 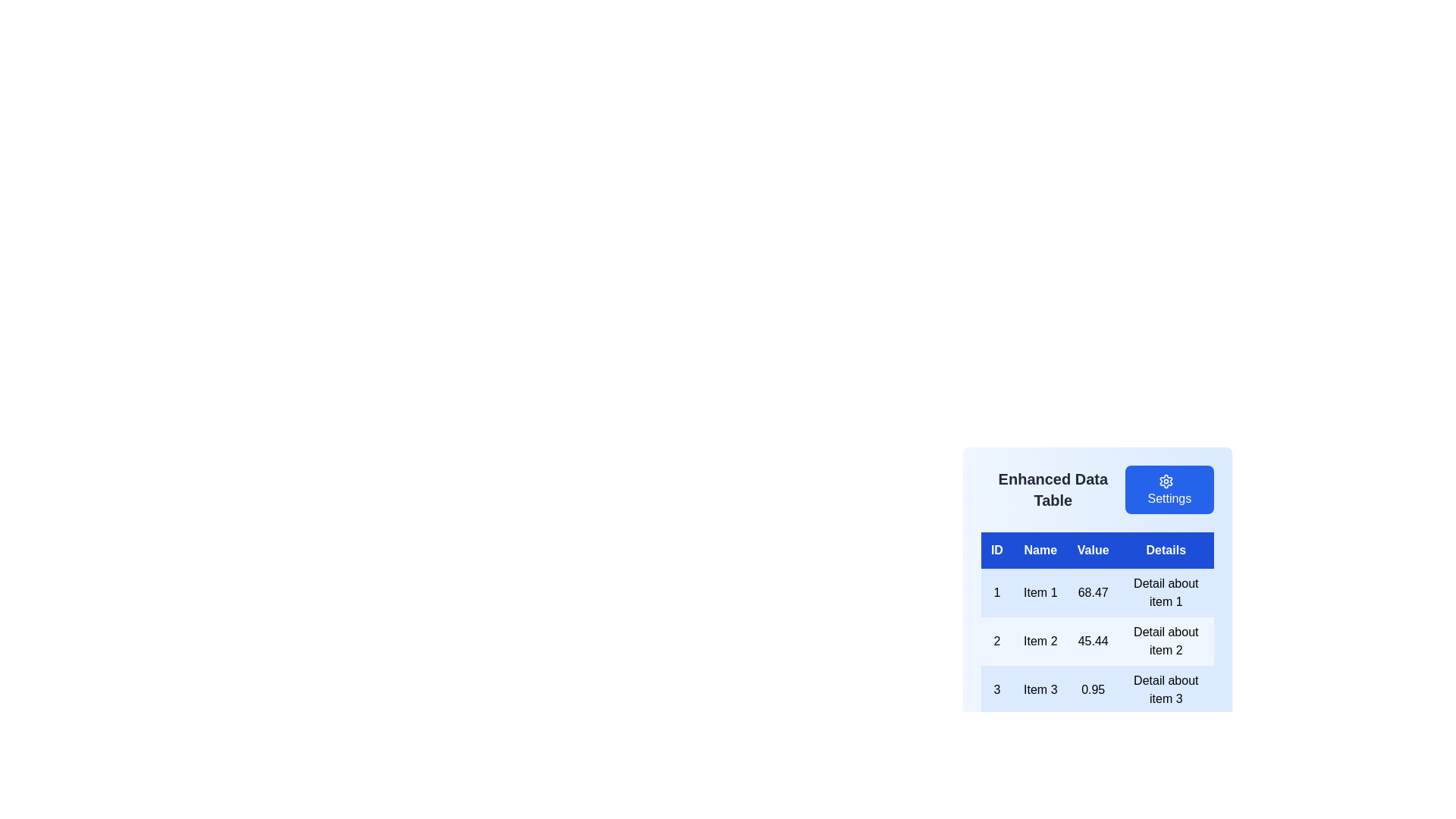 I want to click on 'Settings' button to open the settings options, so click(x=1168, y=489).